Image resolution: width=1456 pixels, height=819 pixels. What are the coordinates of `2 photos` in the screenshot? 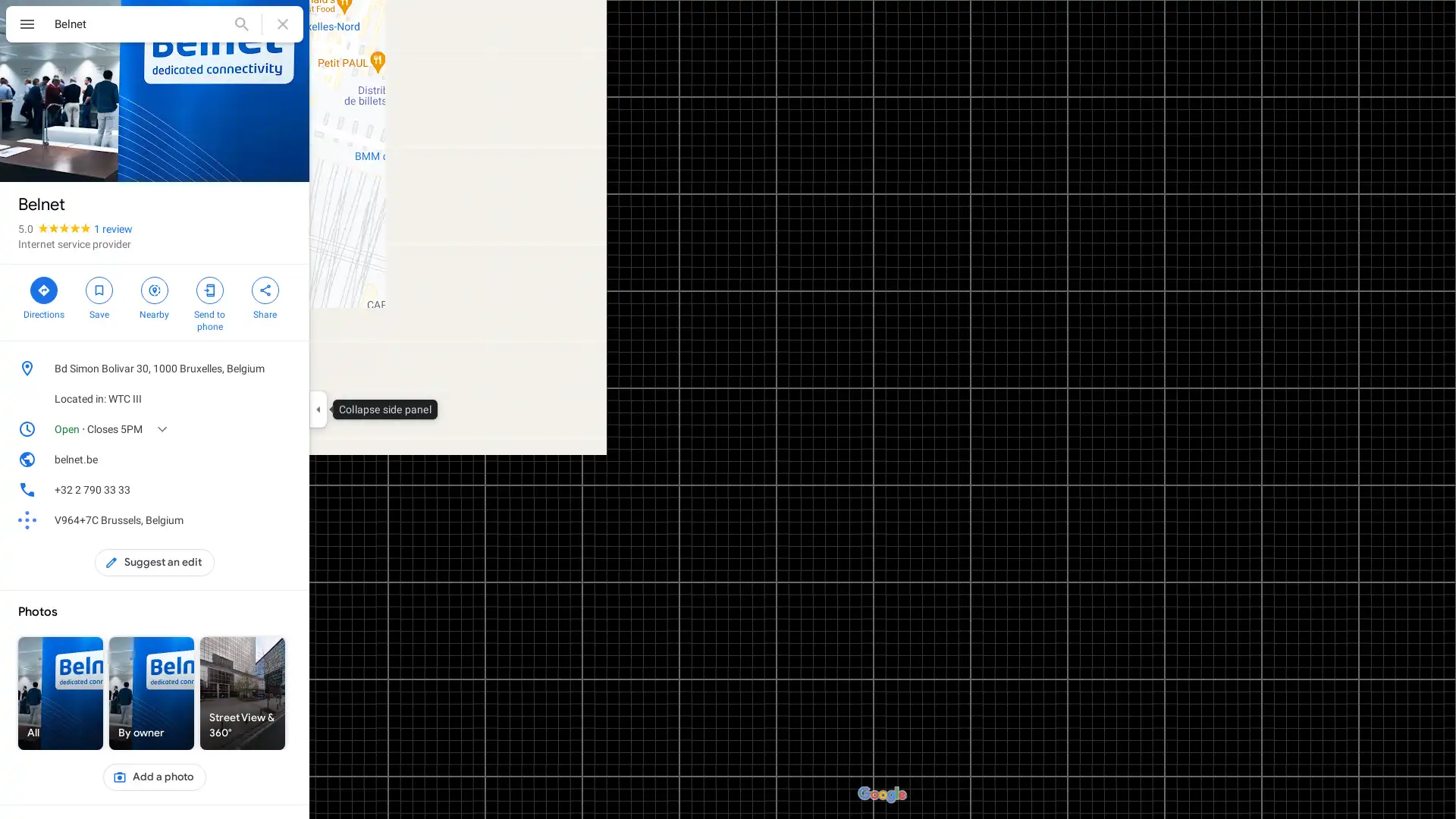 It's located at (51, 157).